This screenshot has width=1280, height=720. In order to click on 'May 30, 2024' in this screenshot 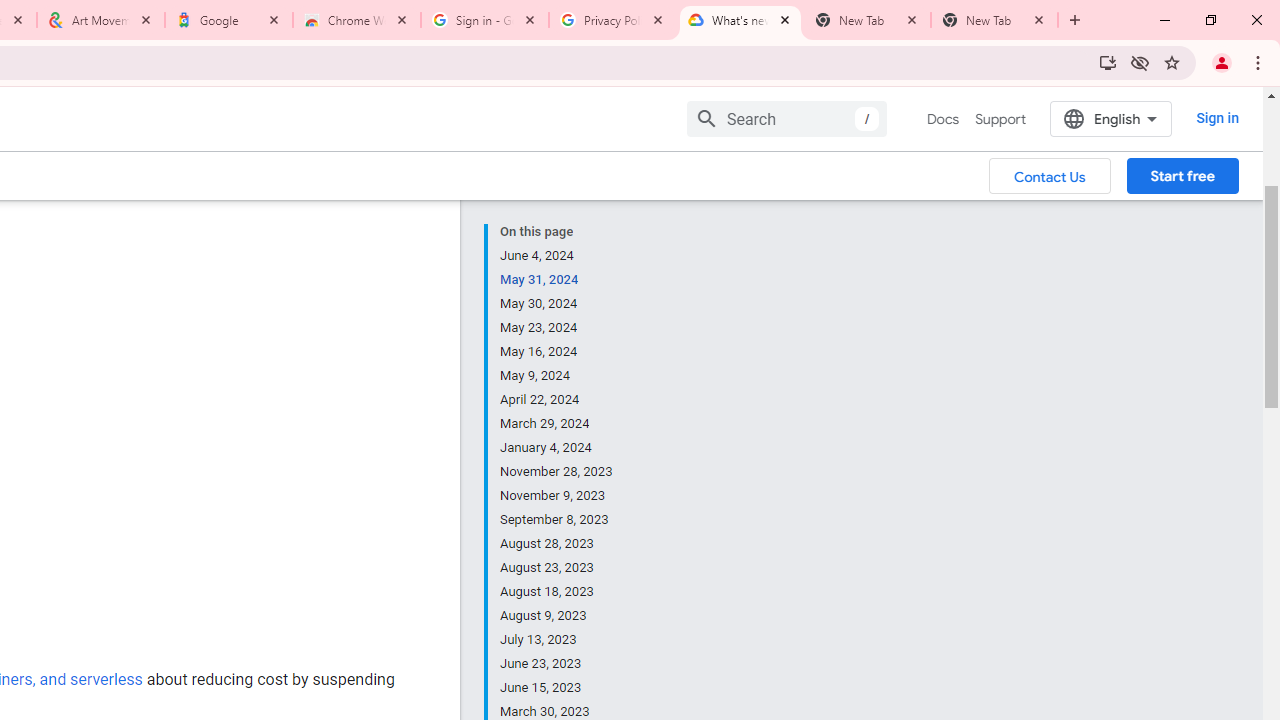, I will do `click(557, 304)`.